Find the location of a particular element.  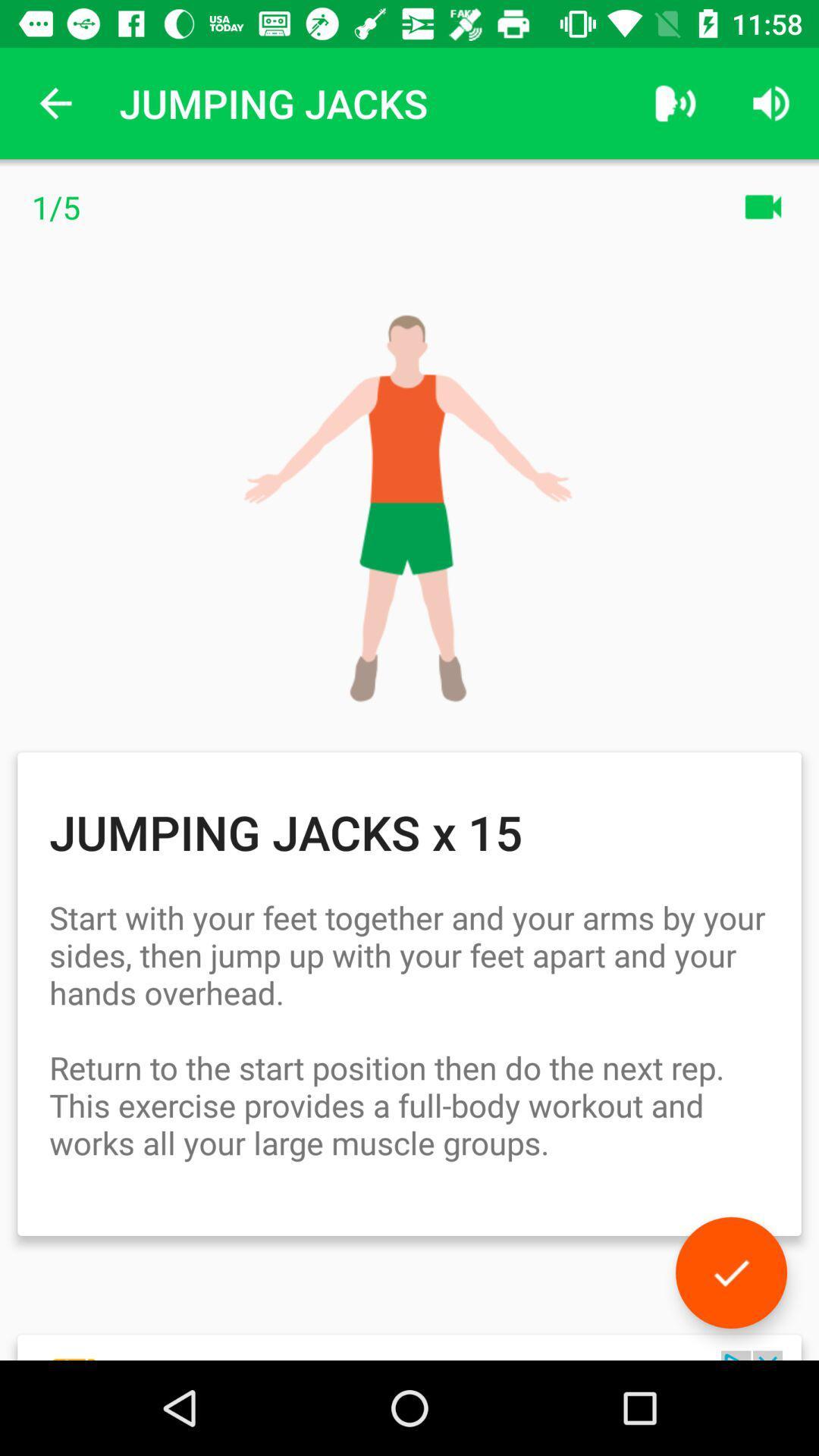

item at the bottom right corner is located at coordinates (730, 1272).